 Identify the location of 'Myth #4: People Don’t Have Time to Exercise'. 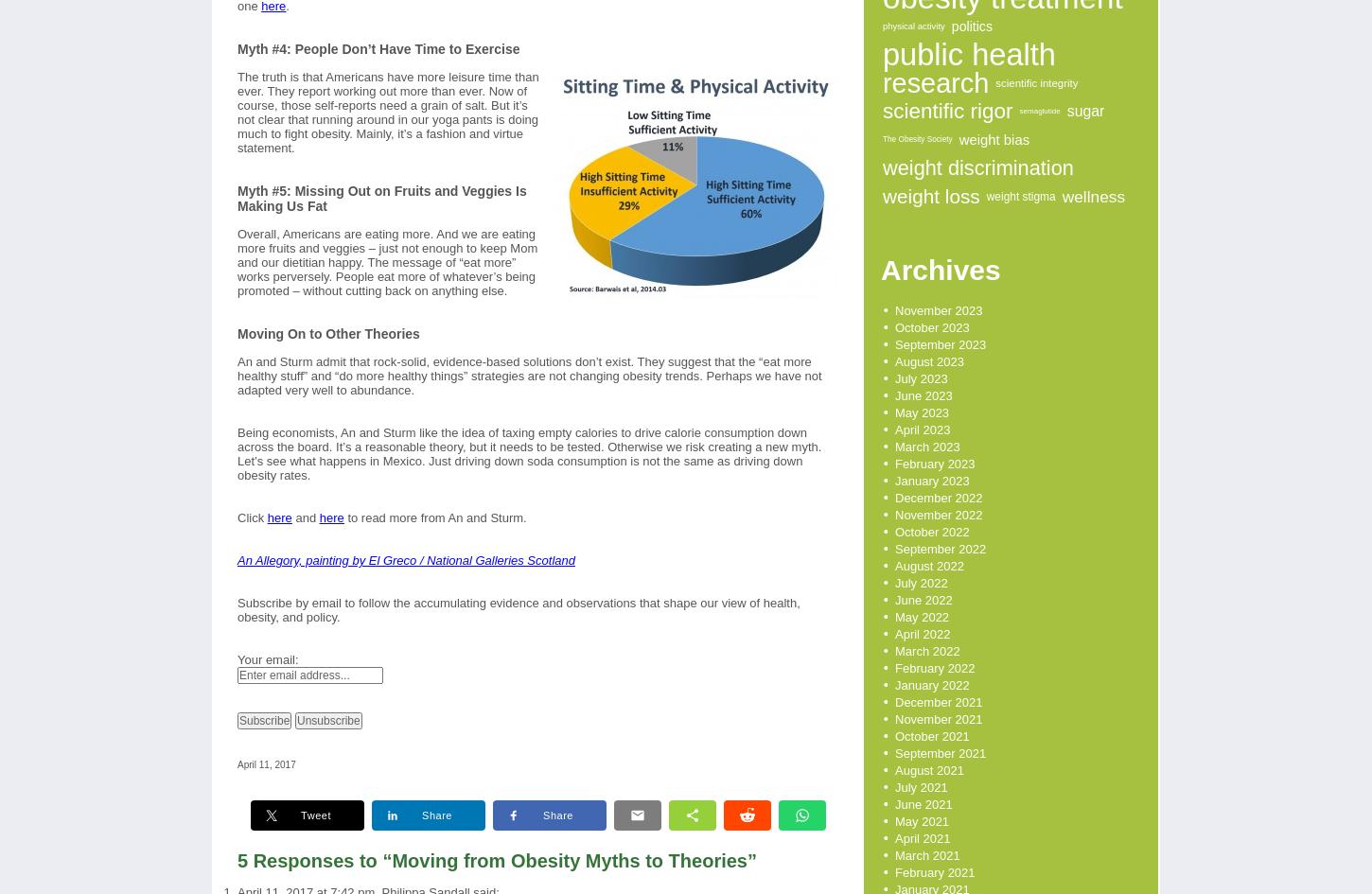
(237, 48).